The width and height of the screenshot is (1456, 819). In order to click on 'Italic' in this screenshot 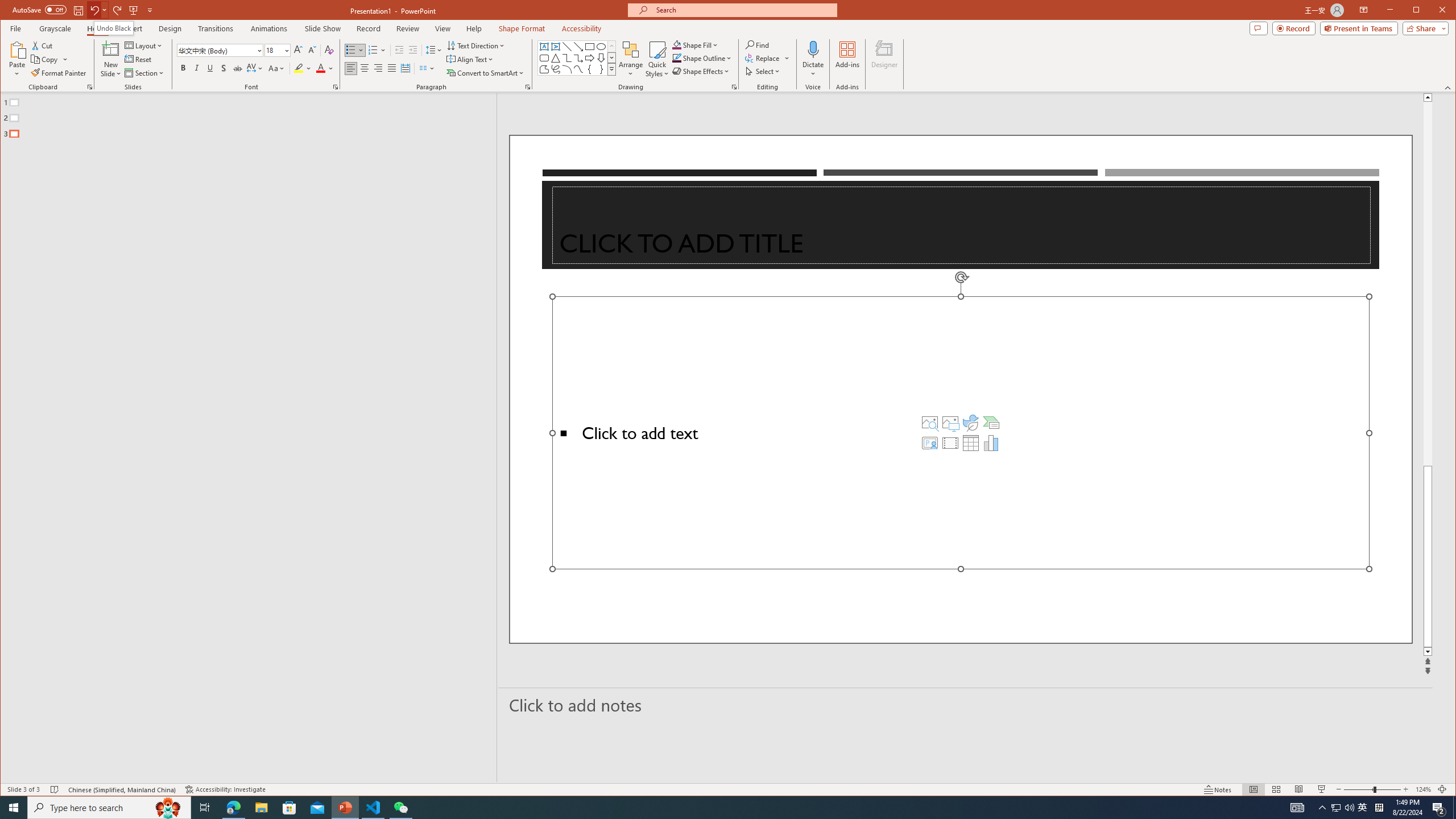, I will do `click(196, 68)`.